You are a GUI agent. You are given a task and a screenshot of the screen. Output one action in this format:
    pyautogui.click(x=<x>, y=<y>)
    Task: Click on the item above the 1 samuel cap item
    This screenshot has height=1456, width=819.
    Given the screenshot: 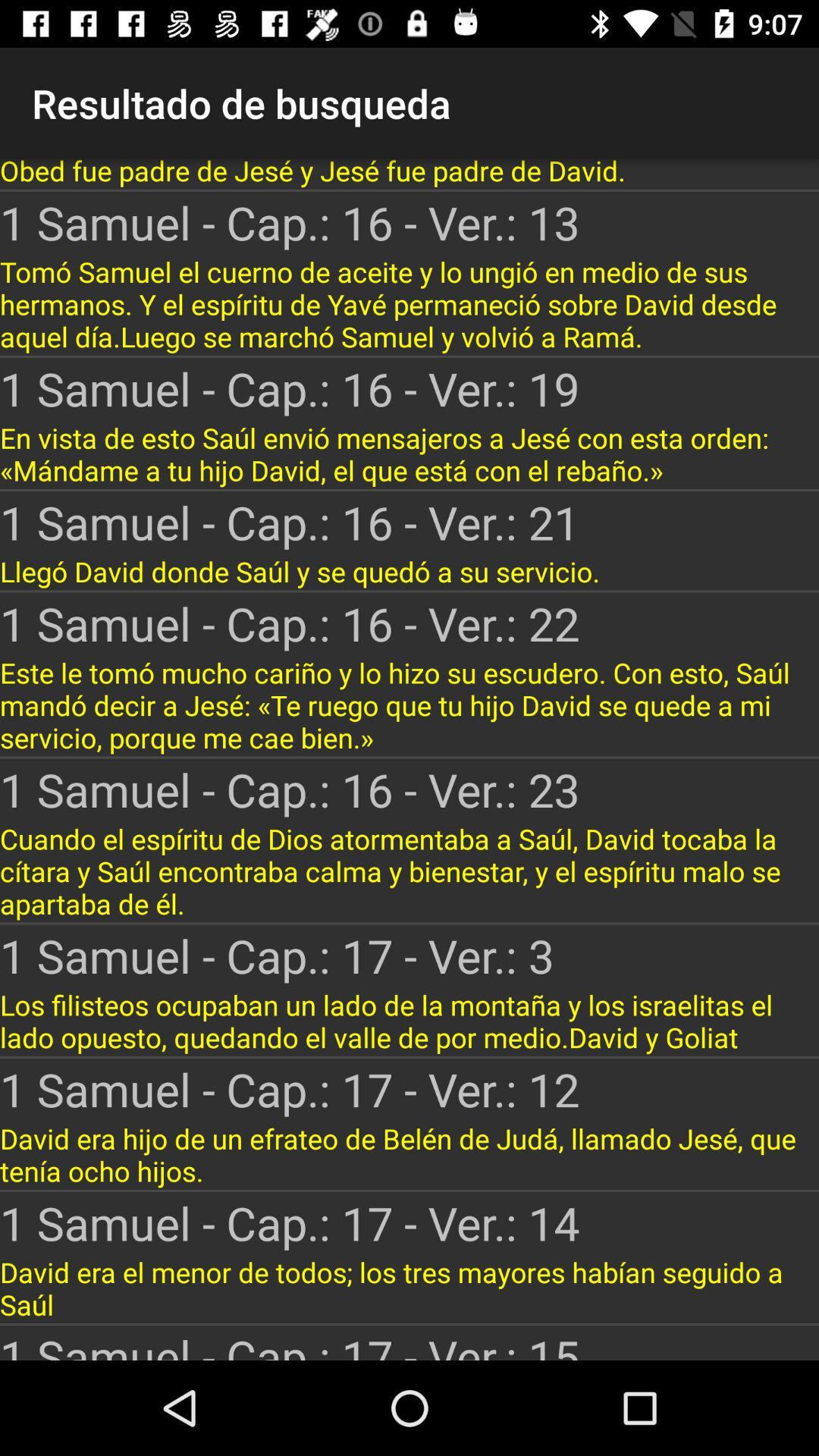 What is the action you would take?
    pyautogui.click(x=409, y=303)
    